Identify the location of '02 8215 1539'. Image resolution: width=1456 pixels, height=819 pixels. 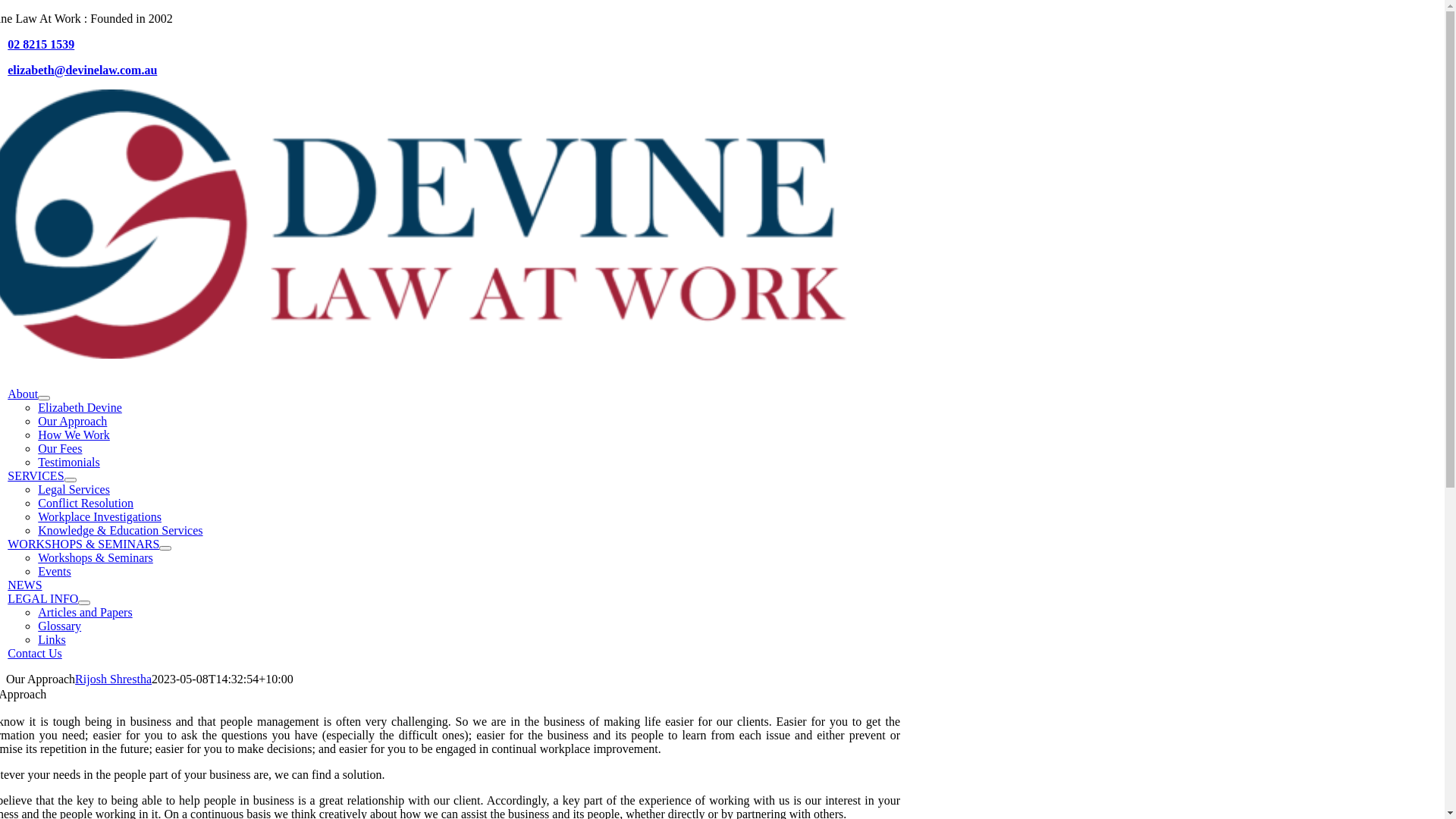
(40, 43).